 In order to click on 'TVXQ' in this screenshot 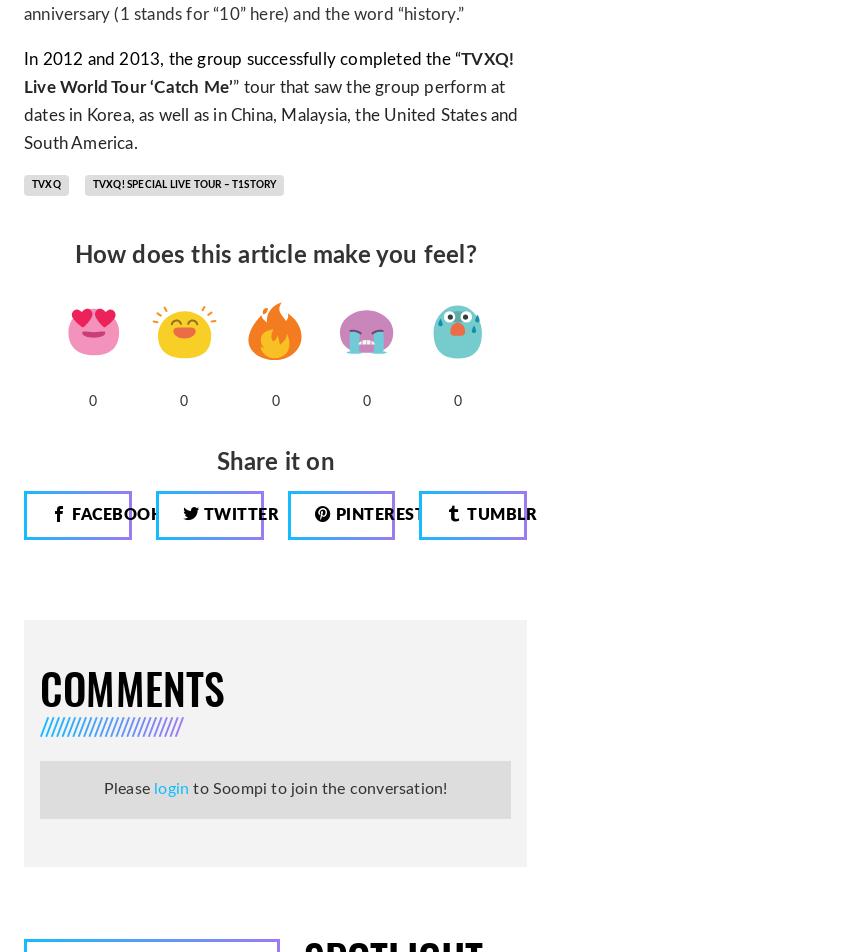, I will do `click(32, 184)`.